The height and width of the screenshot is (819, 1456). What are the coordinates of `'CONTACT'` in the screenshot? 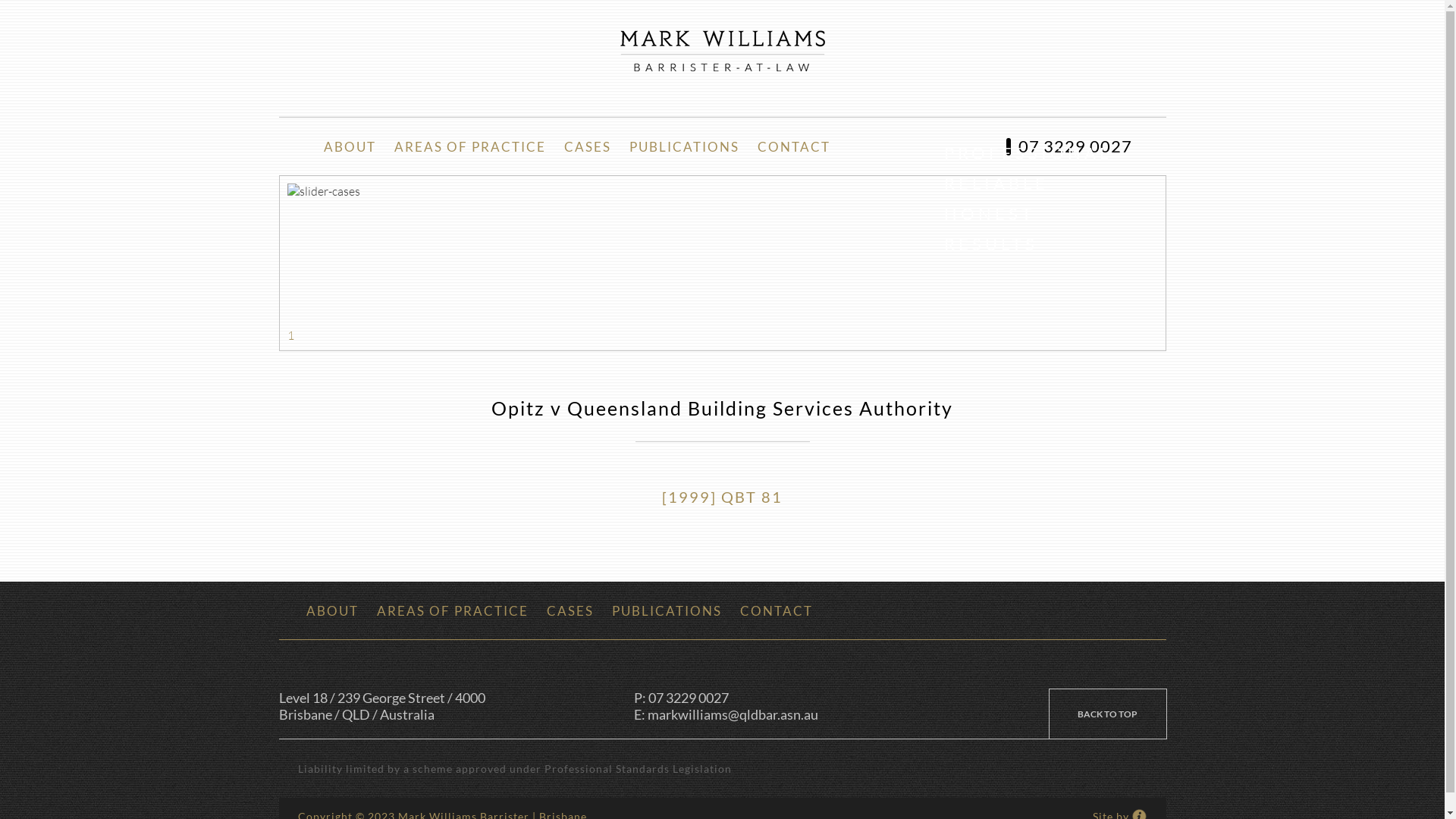 It's located at (792, 146).